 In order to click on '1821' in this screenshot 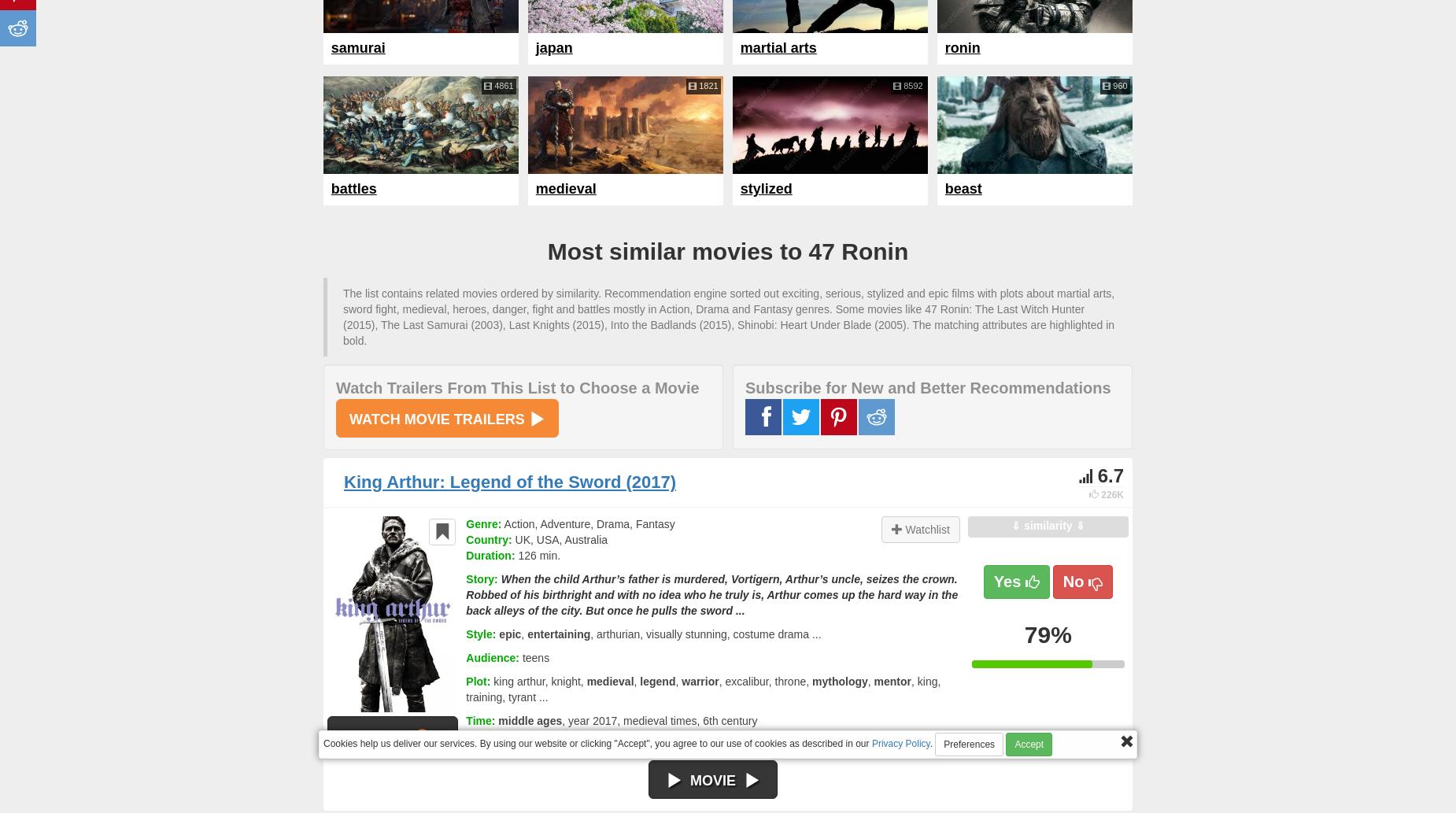, I will do `click(707, 85)`.